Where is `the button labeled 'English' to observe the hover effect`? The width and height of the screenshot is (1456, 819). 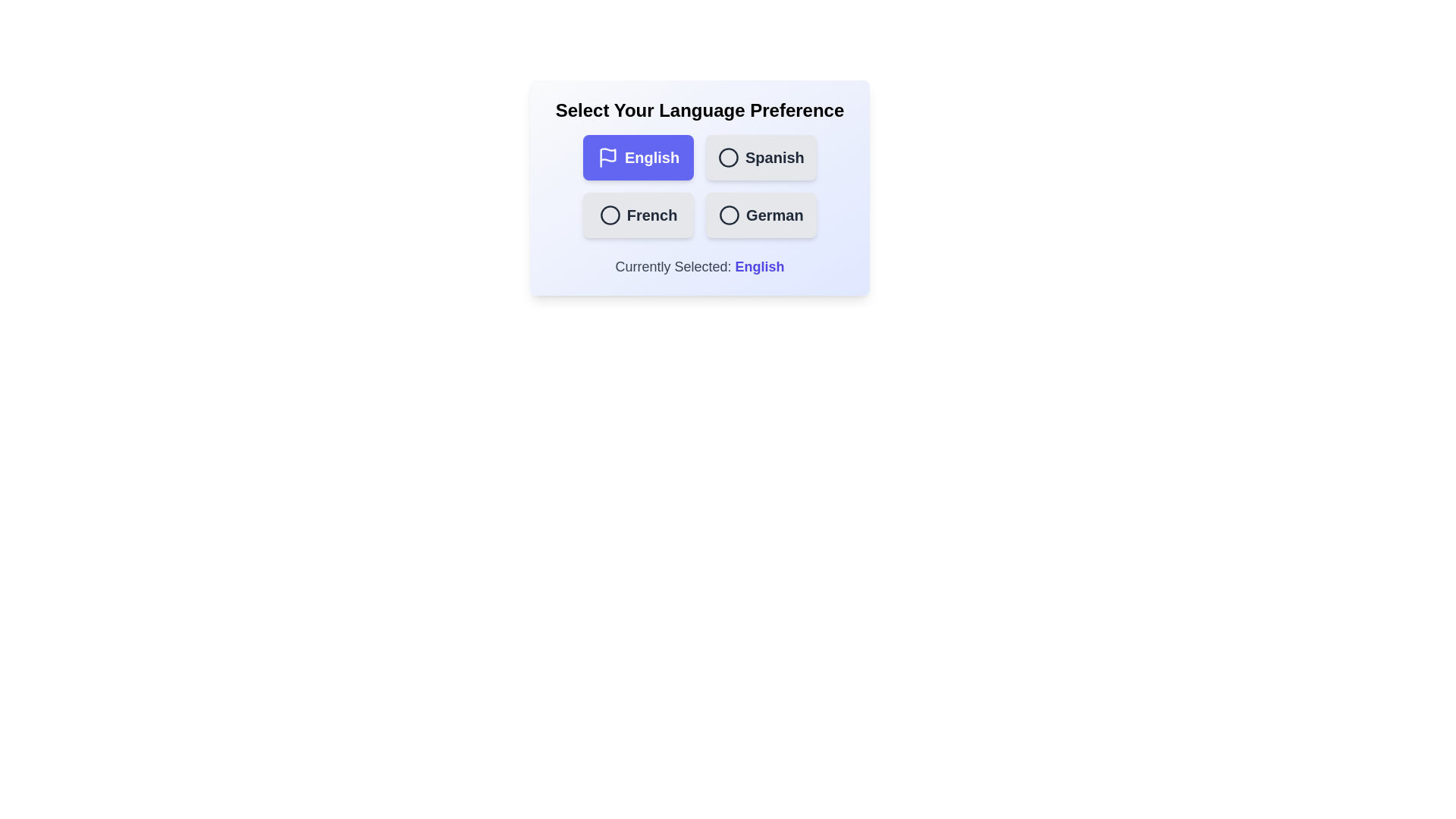 the button labeled 'English' to observe the hover effect is located at coordinates (638, 158).